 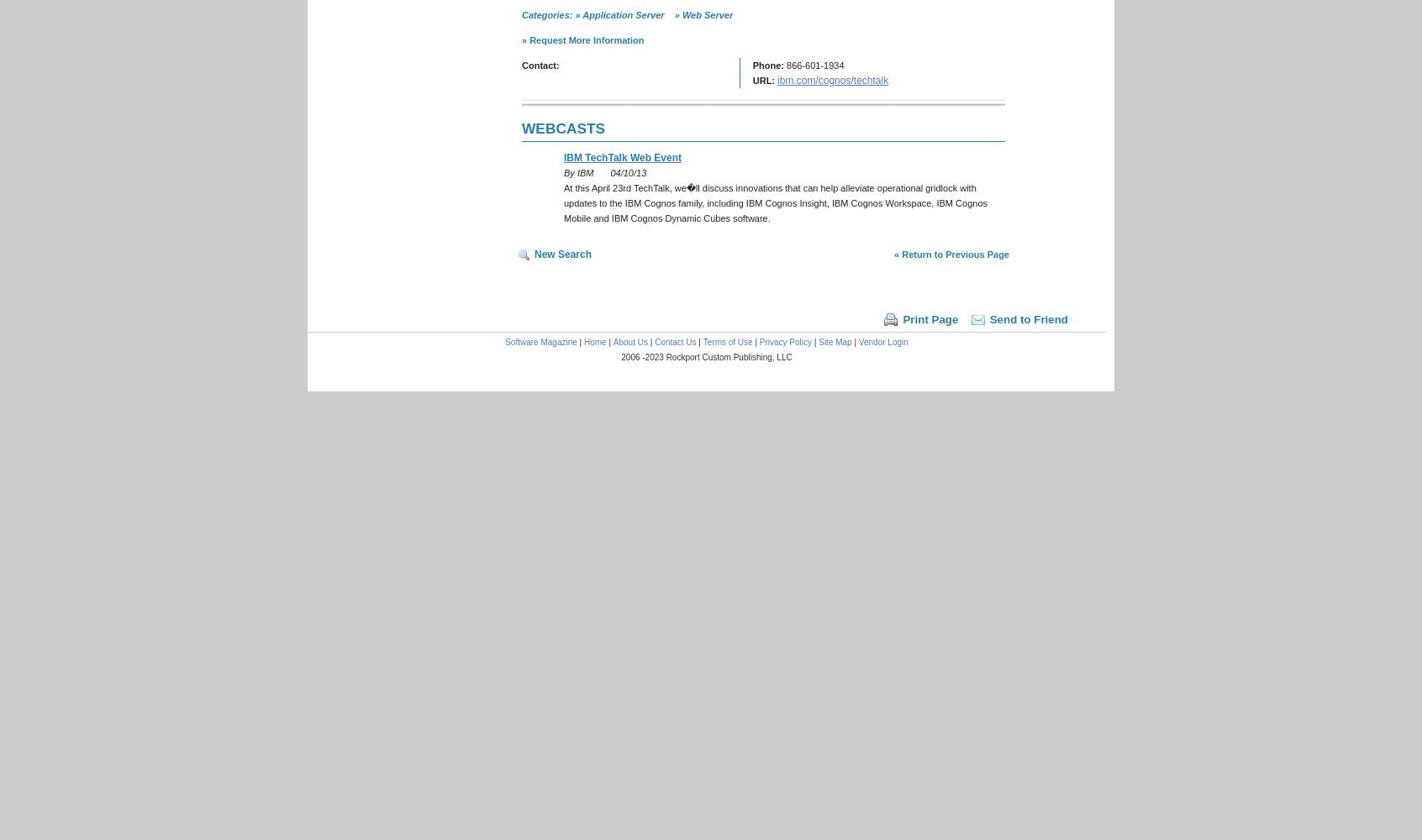 What do you see at coordinates (726, 342) in the screenshot?
I see `'Terms of Use'` at bounding box center [726, 342].